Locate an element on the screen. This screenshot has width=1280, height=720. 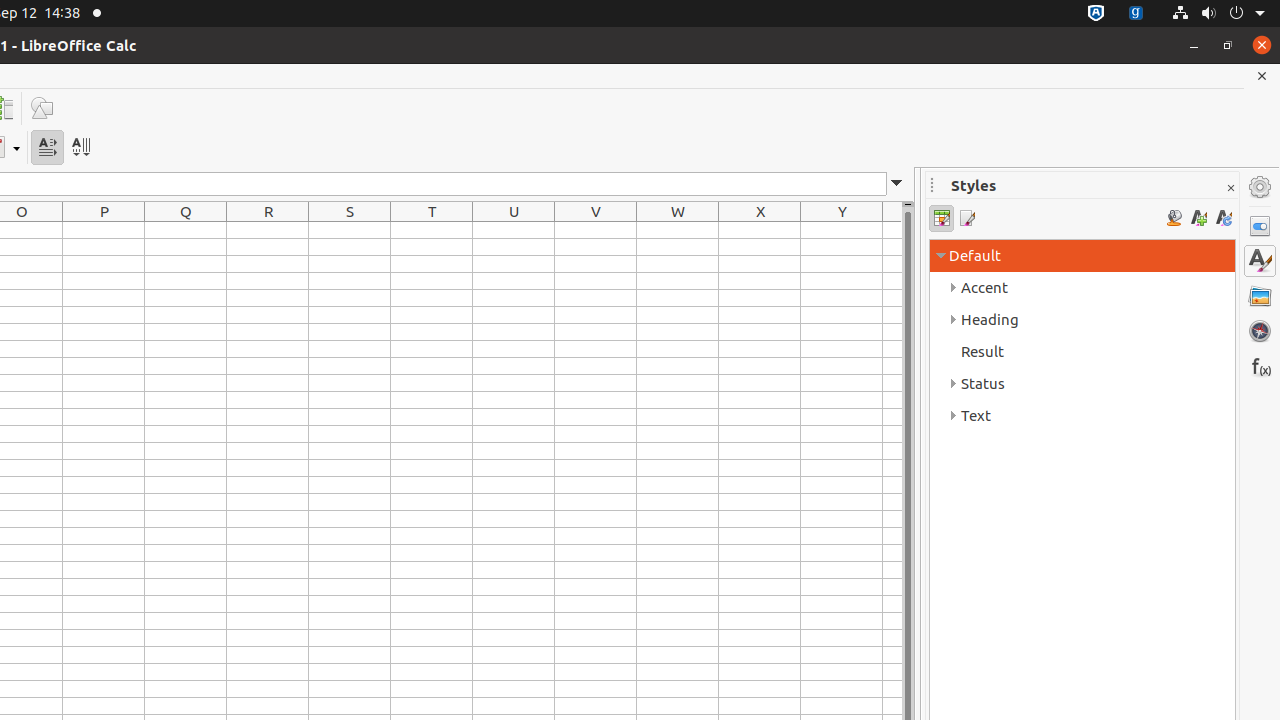
'Page Styles' is located at coordinates (966, 218).